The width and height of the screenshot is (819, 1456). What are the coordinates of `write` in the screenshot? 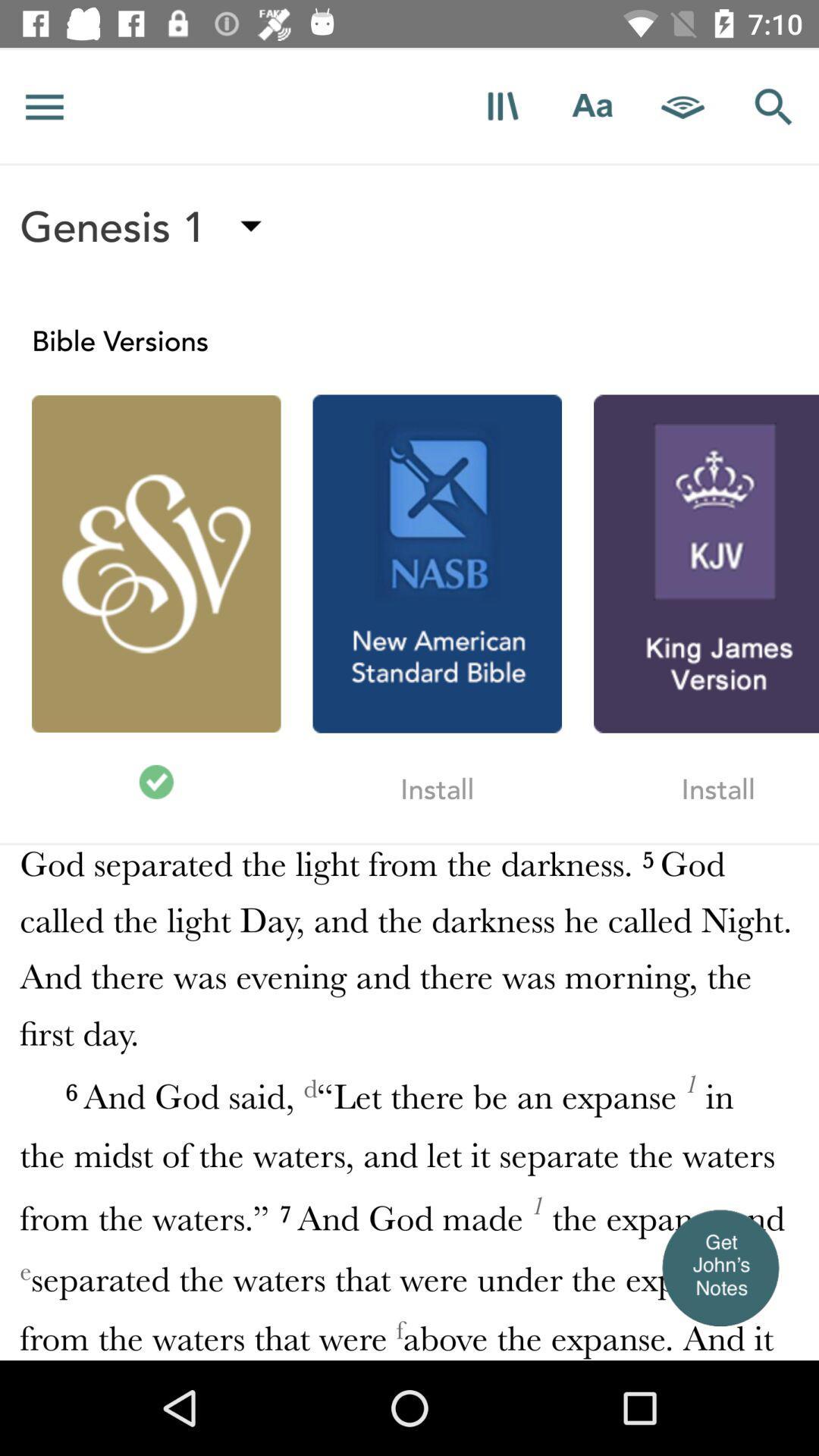 It's located at (591, 105).